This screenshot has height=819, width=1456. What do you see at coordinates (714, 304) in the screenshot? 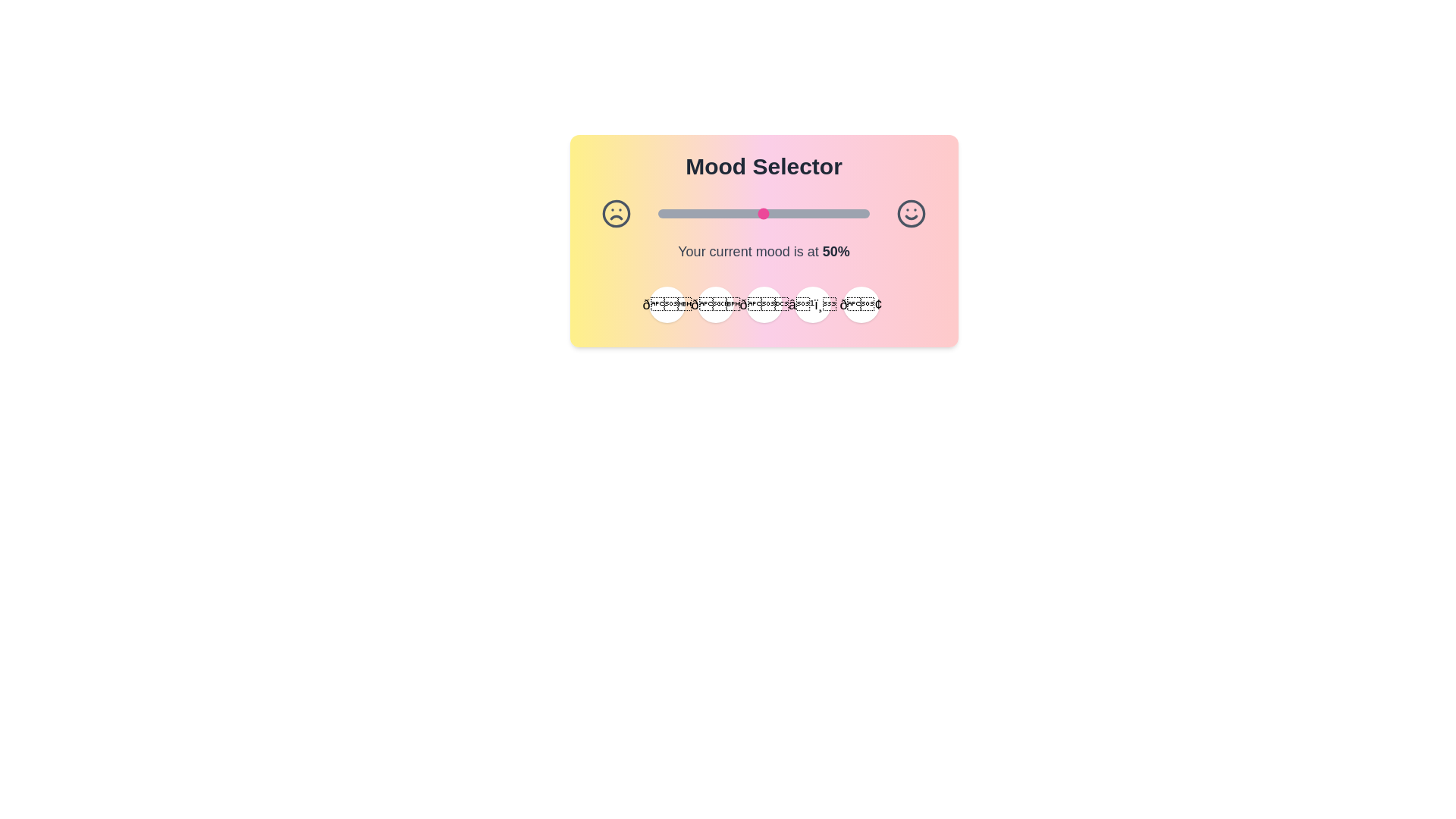
I see `the emoji button corresponding to 😌` at bounding box center [714, 304].